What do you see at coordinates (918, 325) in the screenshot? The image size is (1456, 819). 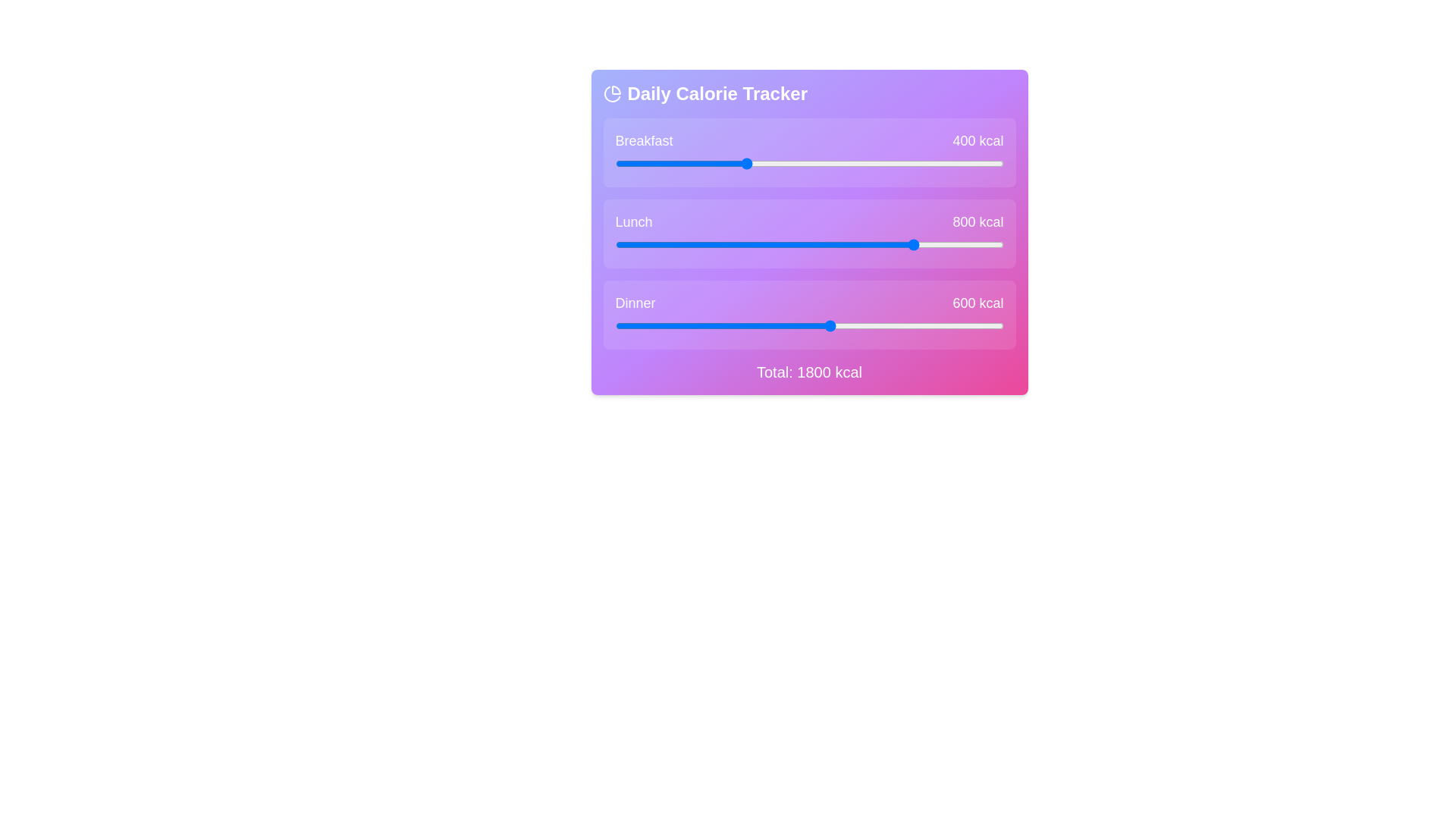 I see `the dinner calorie value` at bounding box center [918, 325].